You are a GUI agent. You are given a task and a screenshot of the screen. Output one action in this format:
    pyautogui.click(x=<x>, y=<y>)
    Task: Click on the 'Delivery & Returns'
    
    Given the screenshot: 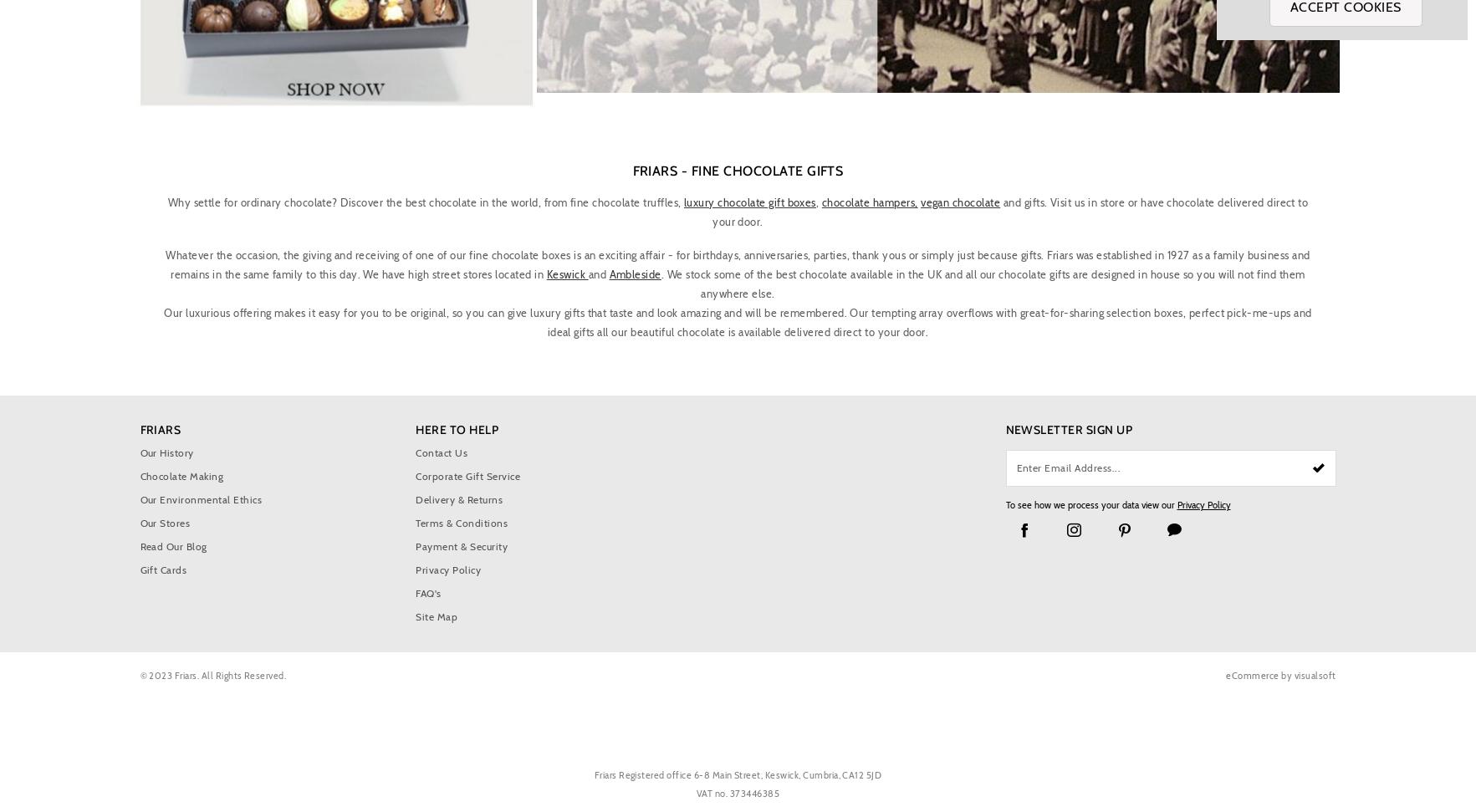 What is the action you would take?
    pyautogui.click(x=457, y=498)
    